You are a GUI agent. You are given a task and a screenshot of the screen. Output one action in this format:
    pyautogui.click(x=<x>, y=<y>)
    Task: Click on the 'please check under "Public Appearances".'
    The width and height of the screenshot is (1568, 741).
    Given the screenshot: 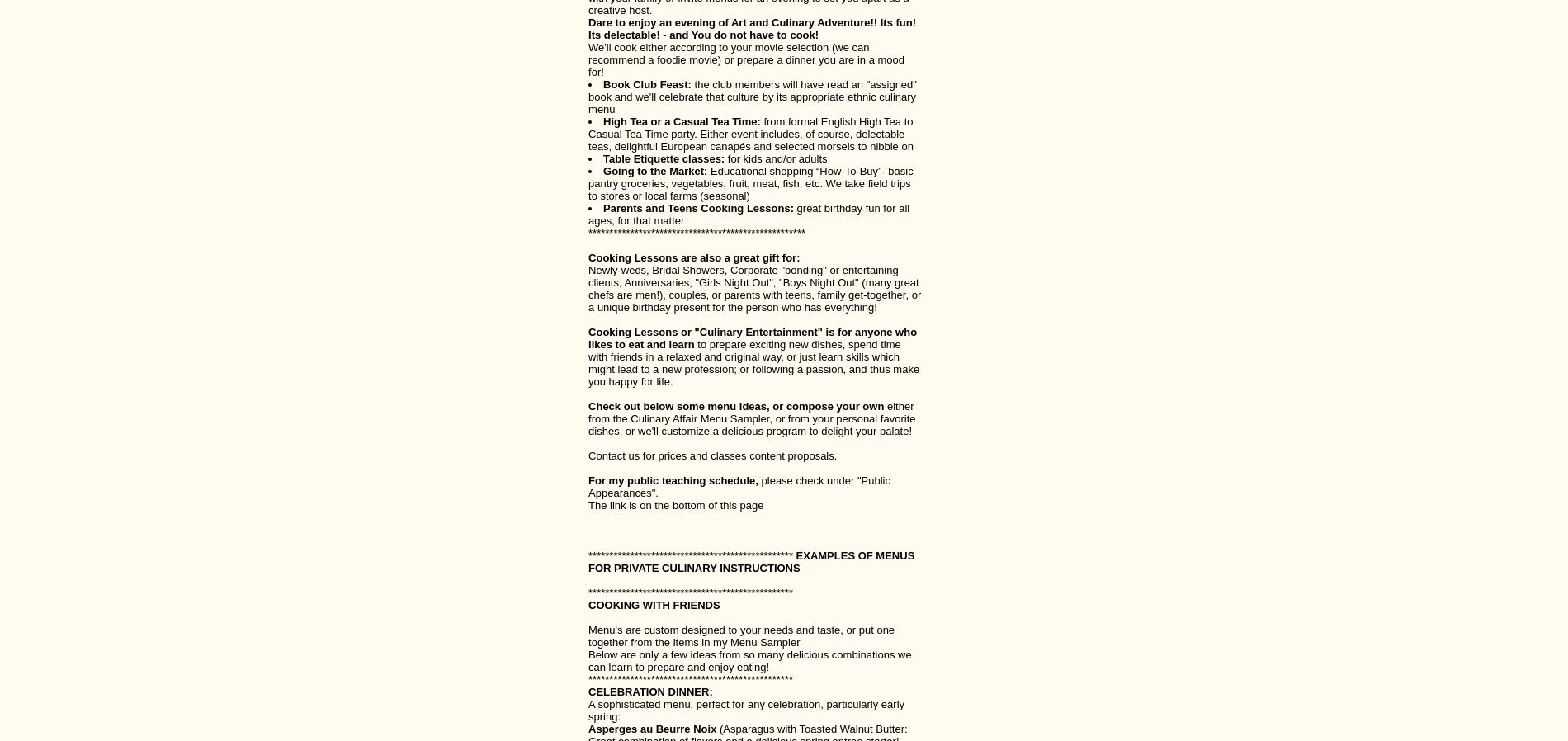 What is the action you would take?
    pyautogui.click(x=738, y=485)
    